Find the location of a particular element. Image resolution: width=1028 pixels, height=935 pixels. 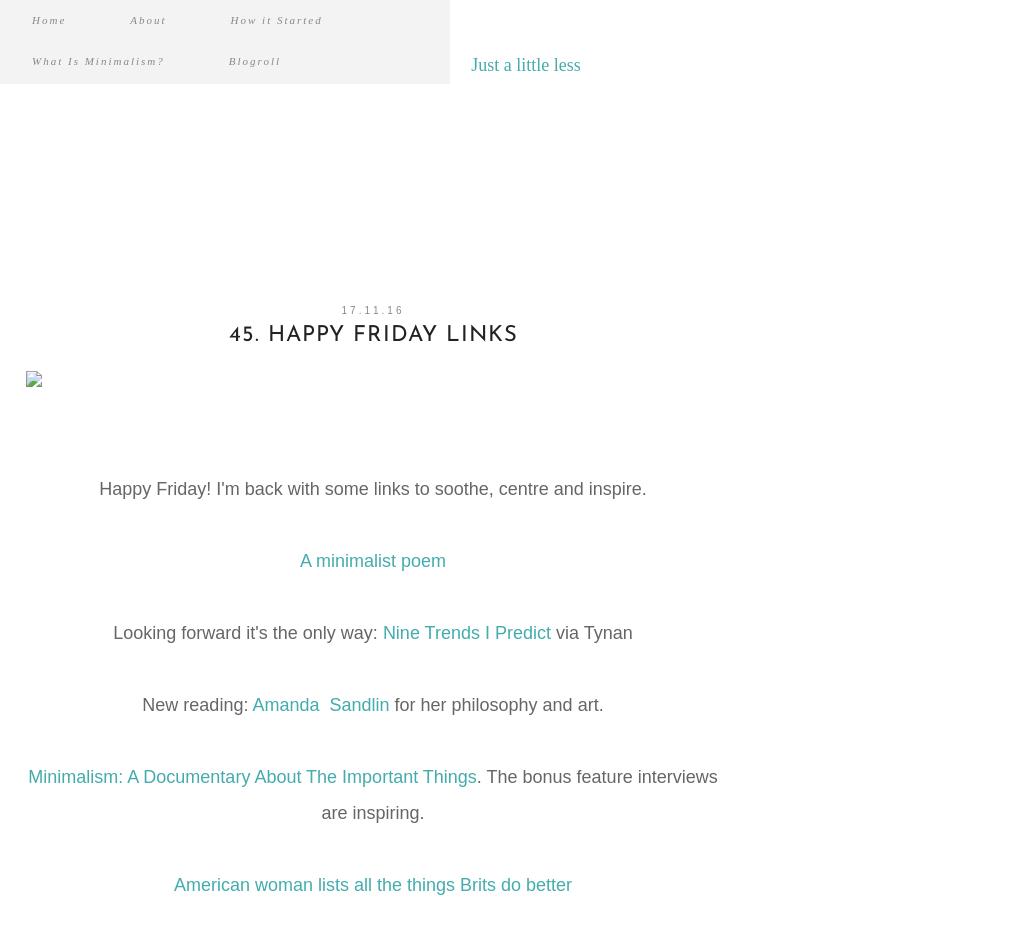

'Happy Friday! I'm back with some links to soothe, centre and inspire.' is located at coordinates (371, 489).